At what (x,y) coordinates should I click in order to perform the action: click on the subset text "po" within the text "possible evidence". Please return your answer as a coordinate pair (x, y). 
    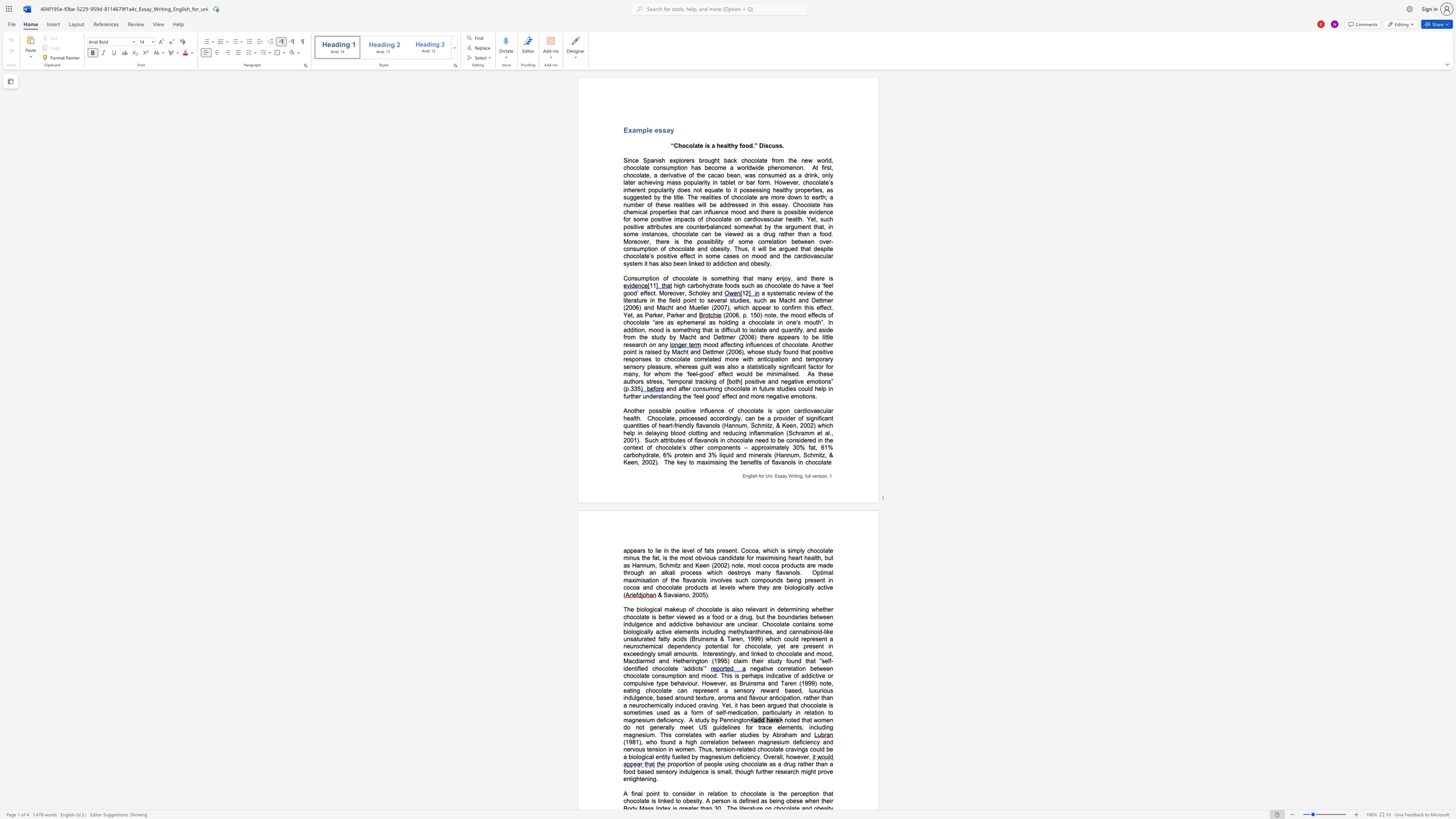
    Looking at the image, I should click on (784, 211).